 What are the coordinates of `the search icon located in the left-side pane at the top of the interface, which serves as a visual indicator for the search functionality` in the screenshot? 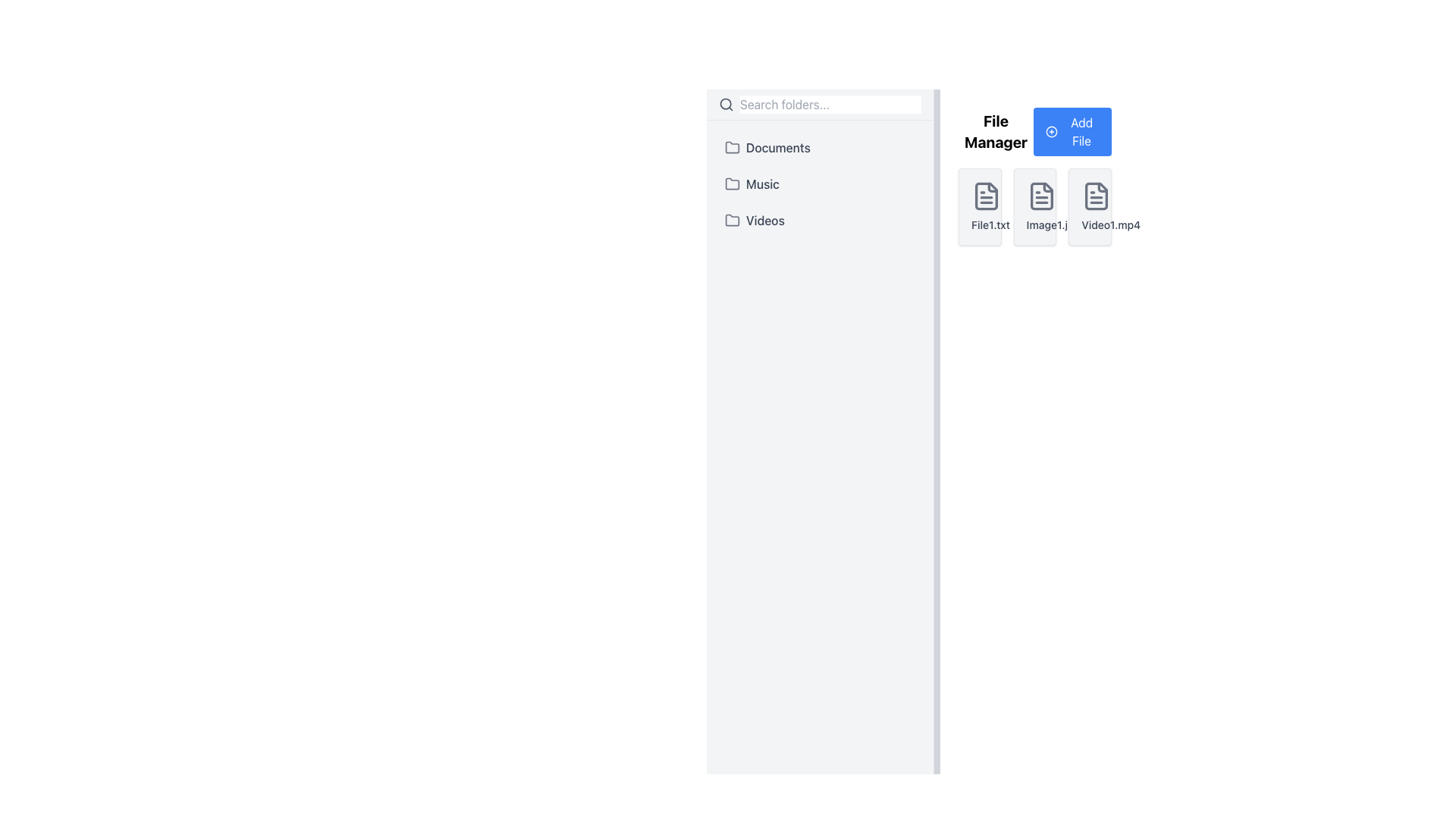 It's located at (726, 104).